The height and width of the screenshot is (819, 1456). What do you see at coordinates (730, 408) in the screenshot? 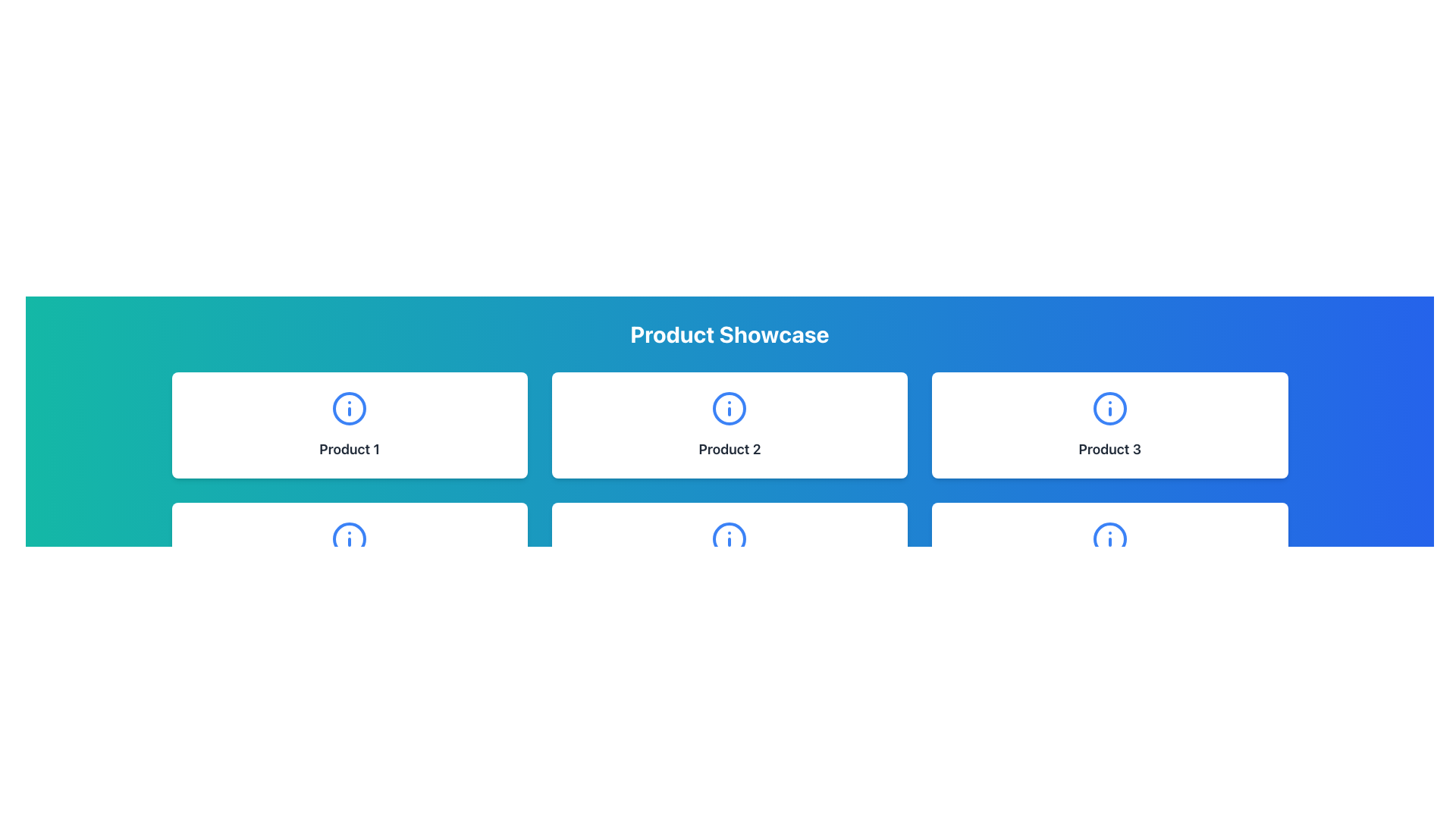
I see `the informational icon located centrally above the 'Product 2' label text, which serves to provide additional details about 'Product 2'` at bounding box center [730, 408].